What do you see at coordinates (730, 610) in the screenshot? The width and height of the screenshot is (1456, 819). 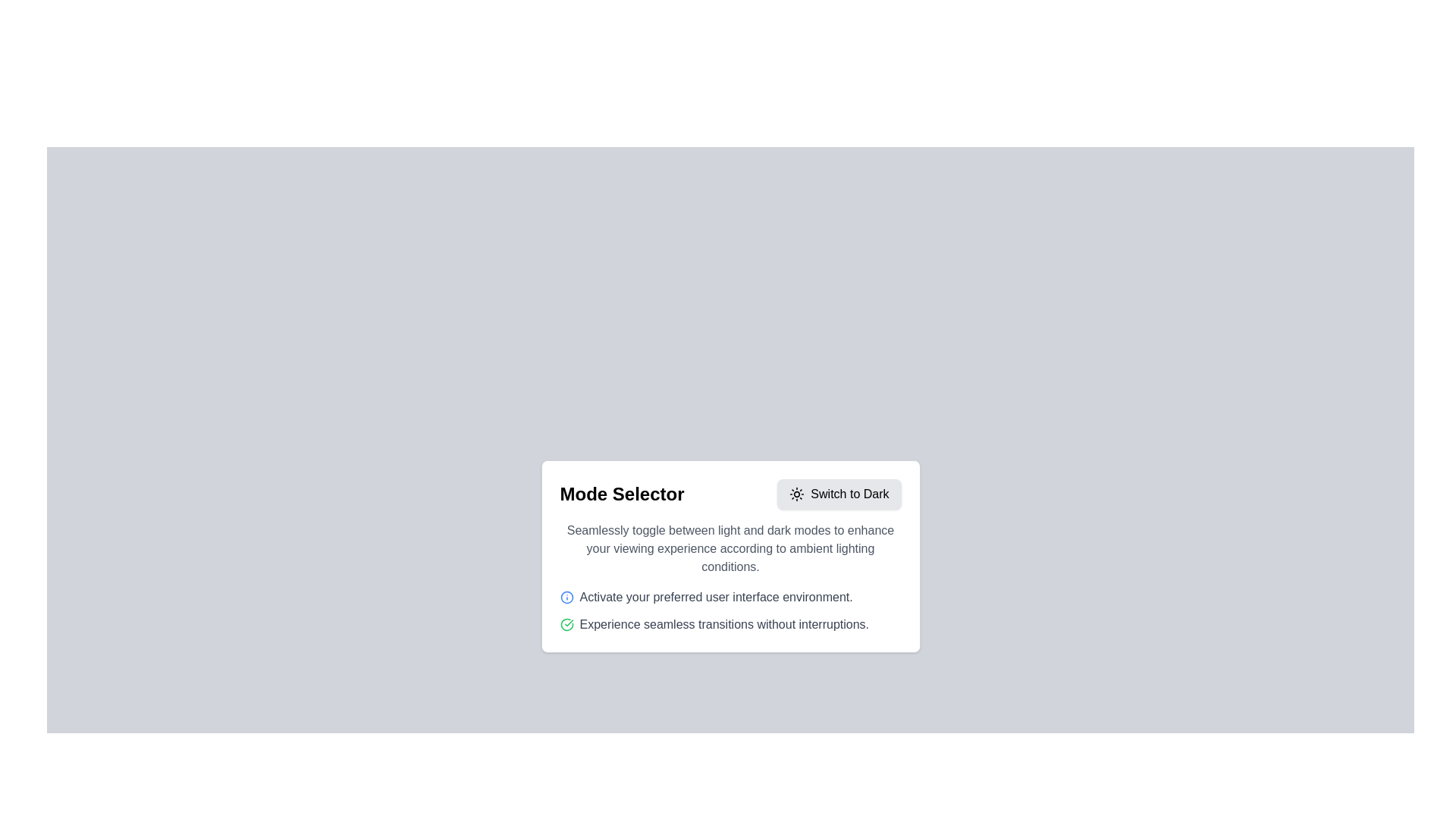 I see `descriptive information located in the bottom-left quadrant of the 'Mode Selector' section, which provides guidance on activating the user interface environment and ensuring uninterrupted transitions` at bounding box center [730, 610].